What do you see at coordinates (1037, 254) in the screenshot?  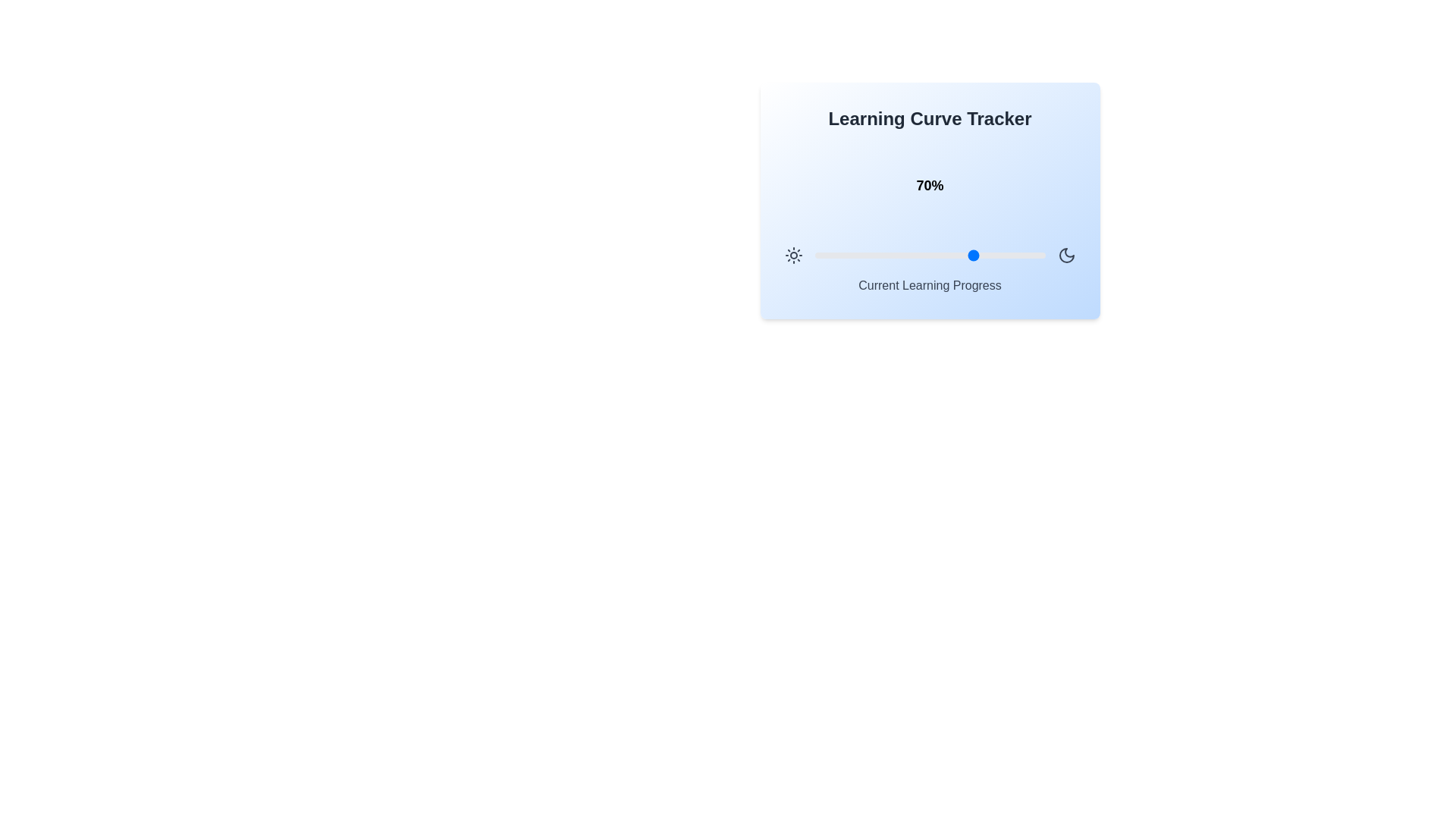 I see `the slider to set the progress value to 97%` at bounding box center [1037, 254].